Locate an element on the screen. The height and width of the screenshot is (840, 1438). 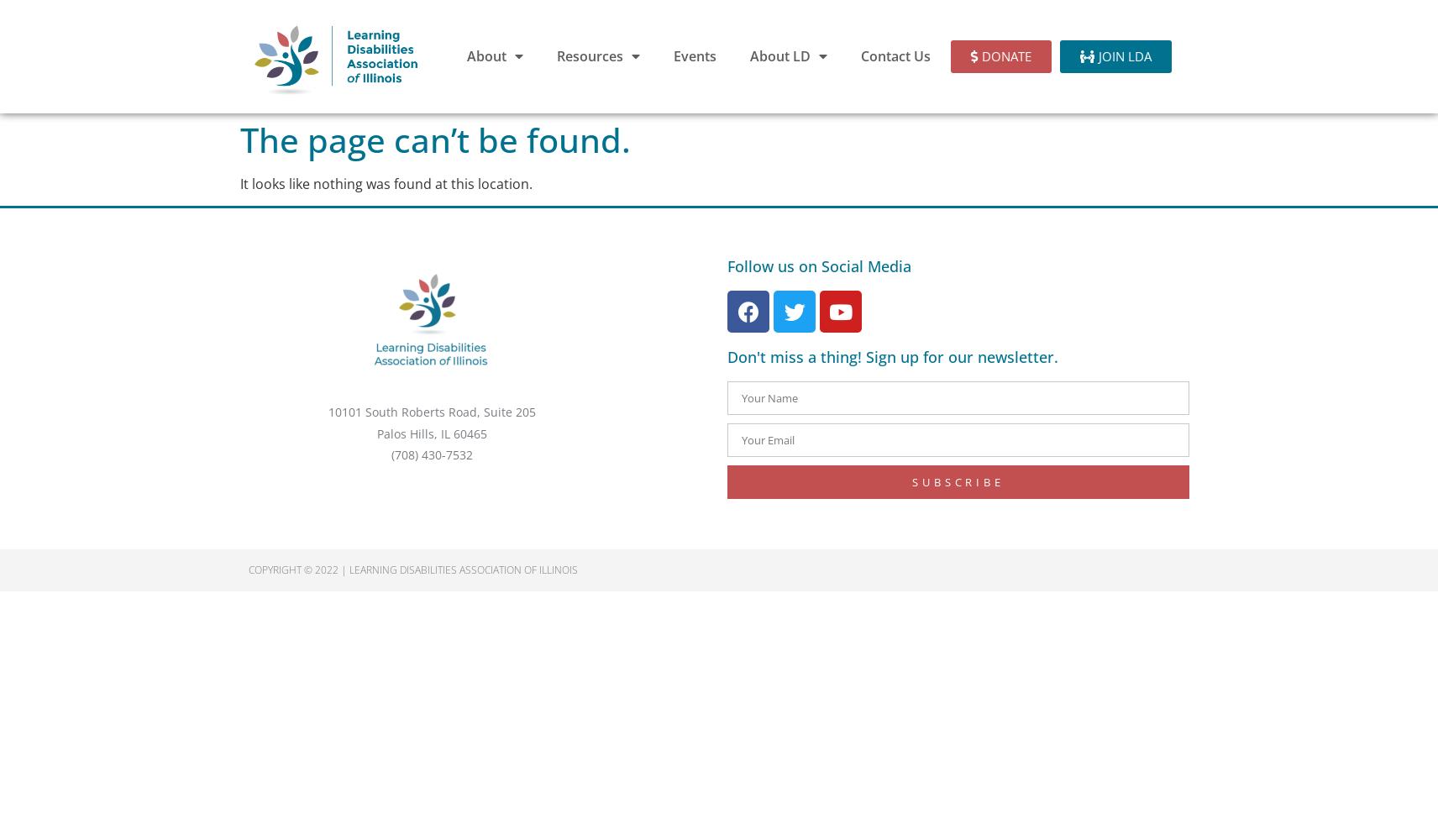
'Follow us on Social Media' is located at coordinates (726, 265).